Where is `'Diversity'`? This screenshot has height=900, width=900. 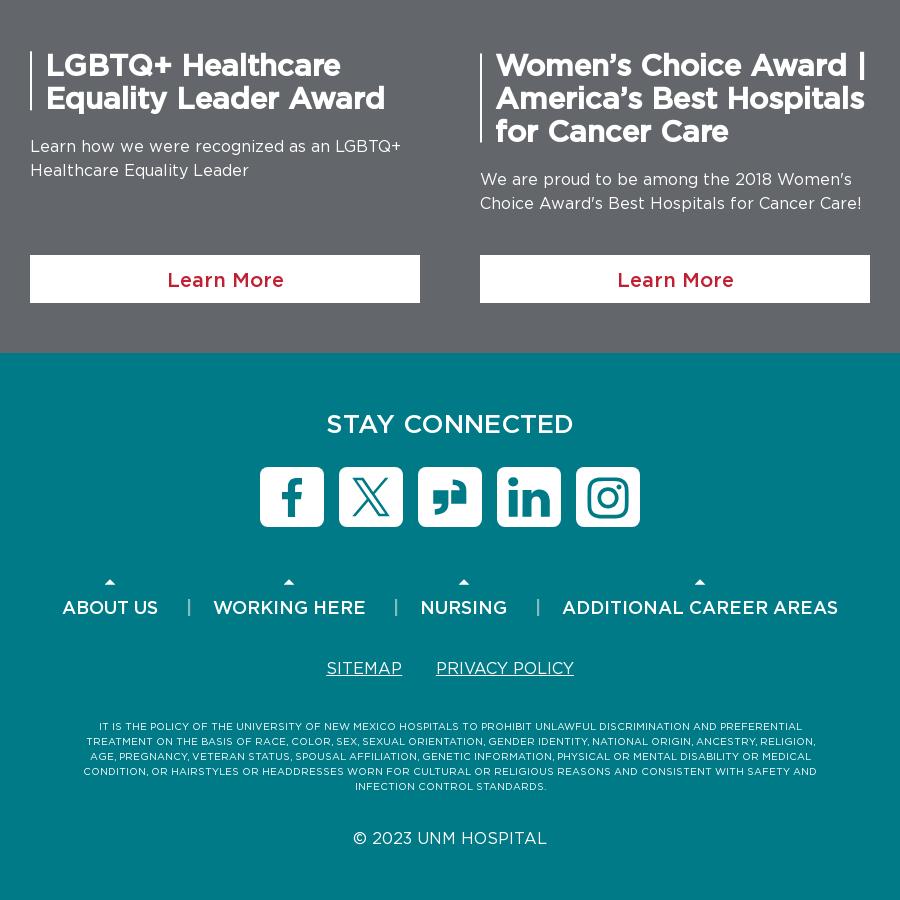 'Diversity' is located at coordinates (251, 371).